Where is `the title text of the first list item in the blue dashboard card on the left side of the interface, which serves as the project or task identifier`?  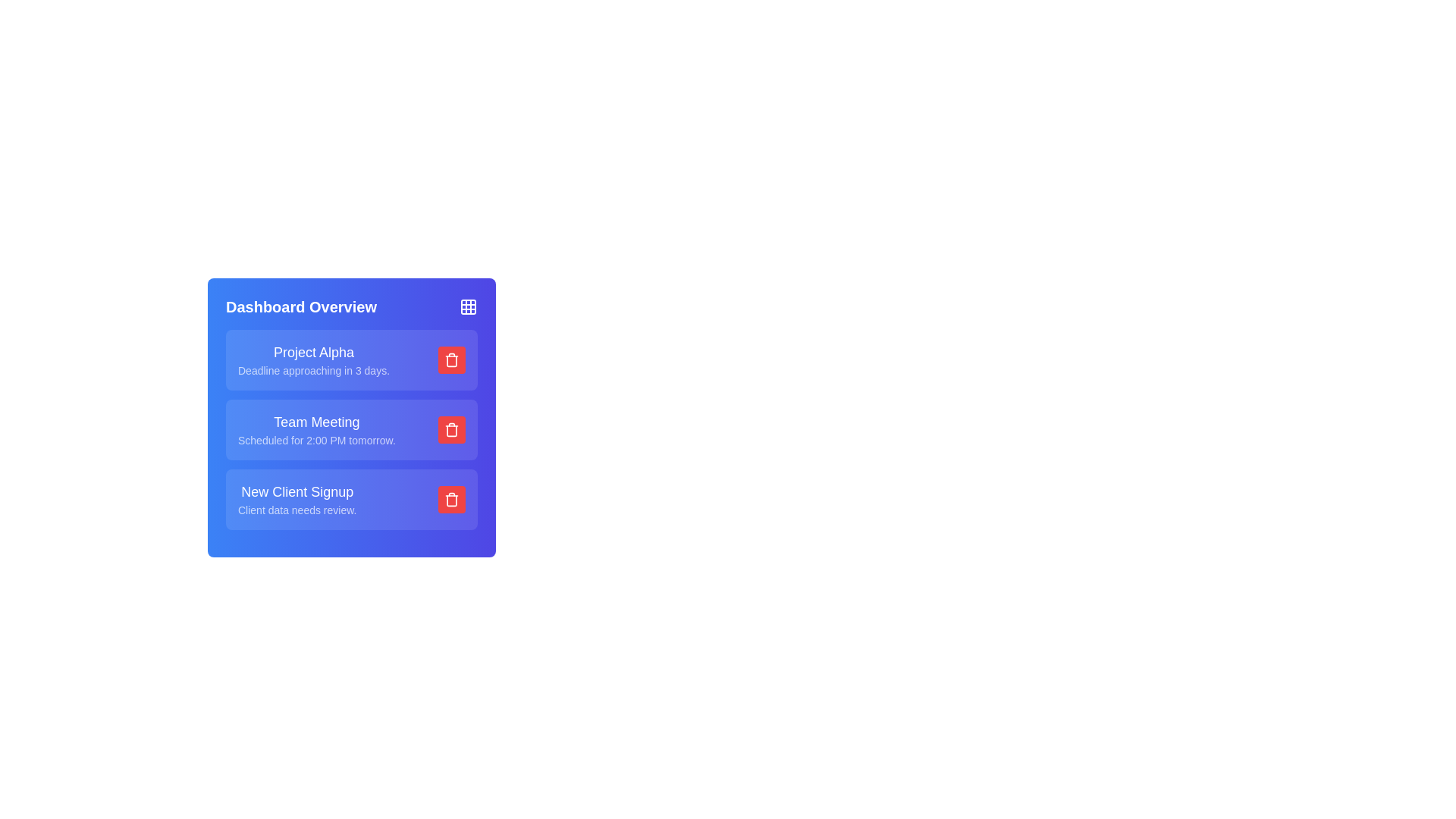
the title text of the first list item in the blue dashboard card on the left side of the interface, which serves as the project or task identifier is located at coordinates (312, 353).